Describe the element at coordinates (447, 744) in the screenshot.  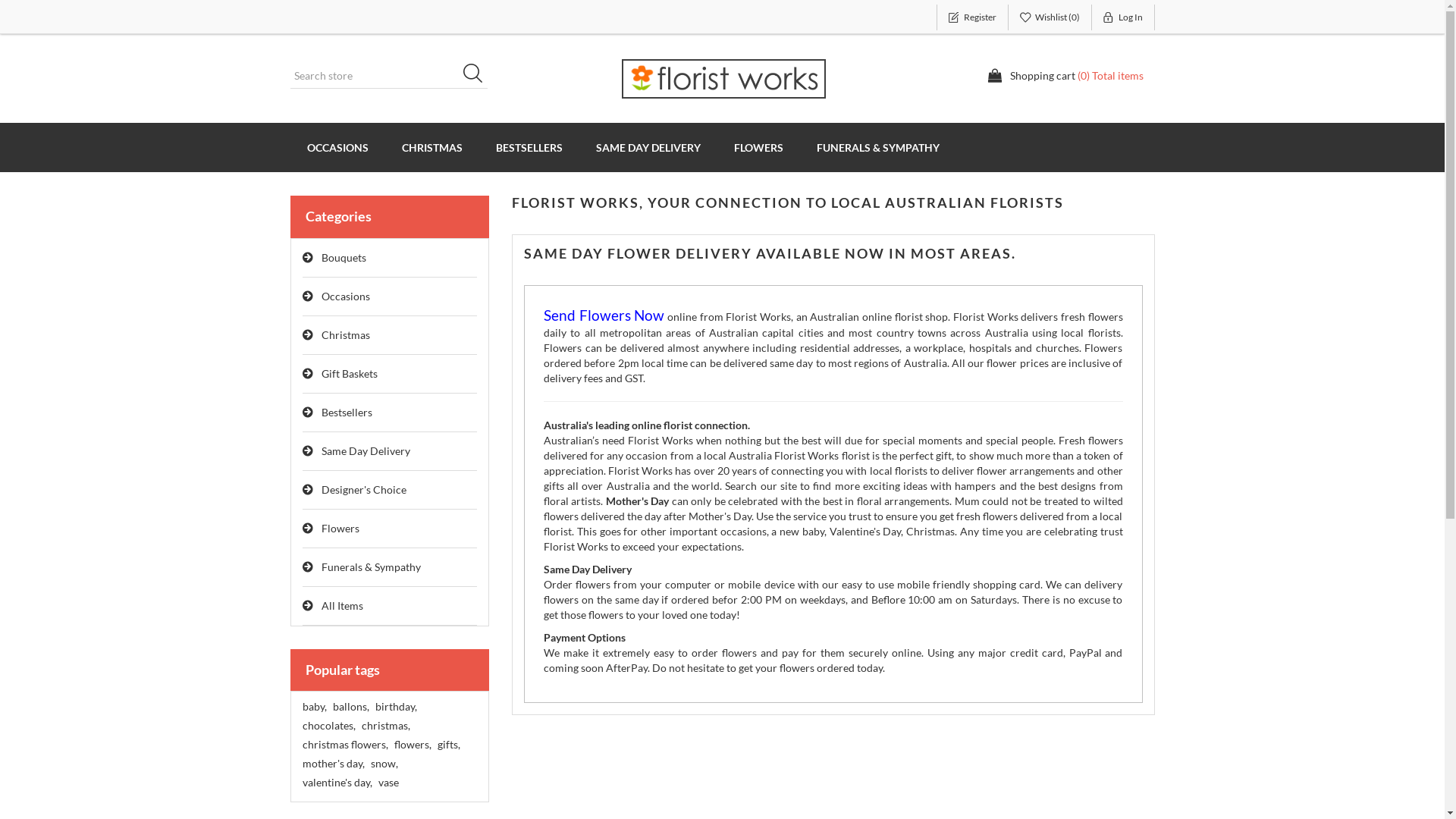
I see `'gifts,'` at that location.